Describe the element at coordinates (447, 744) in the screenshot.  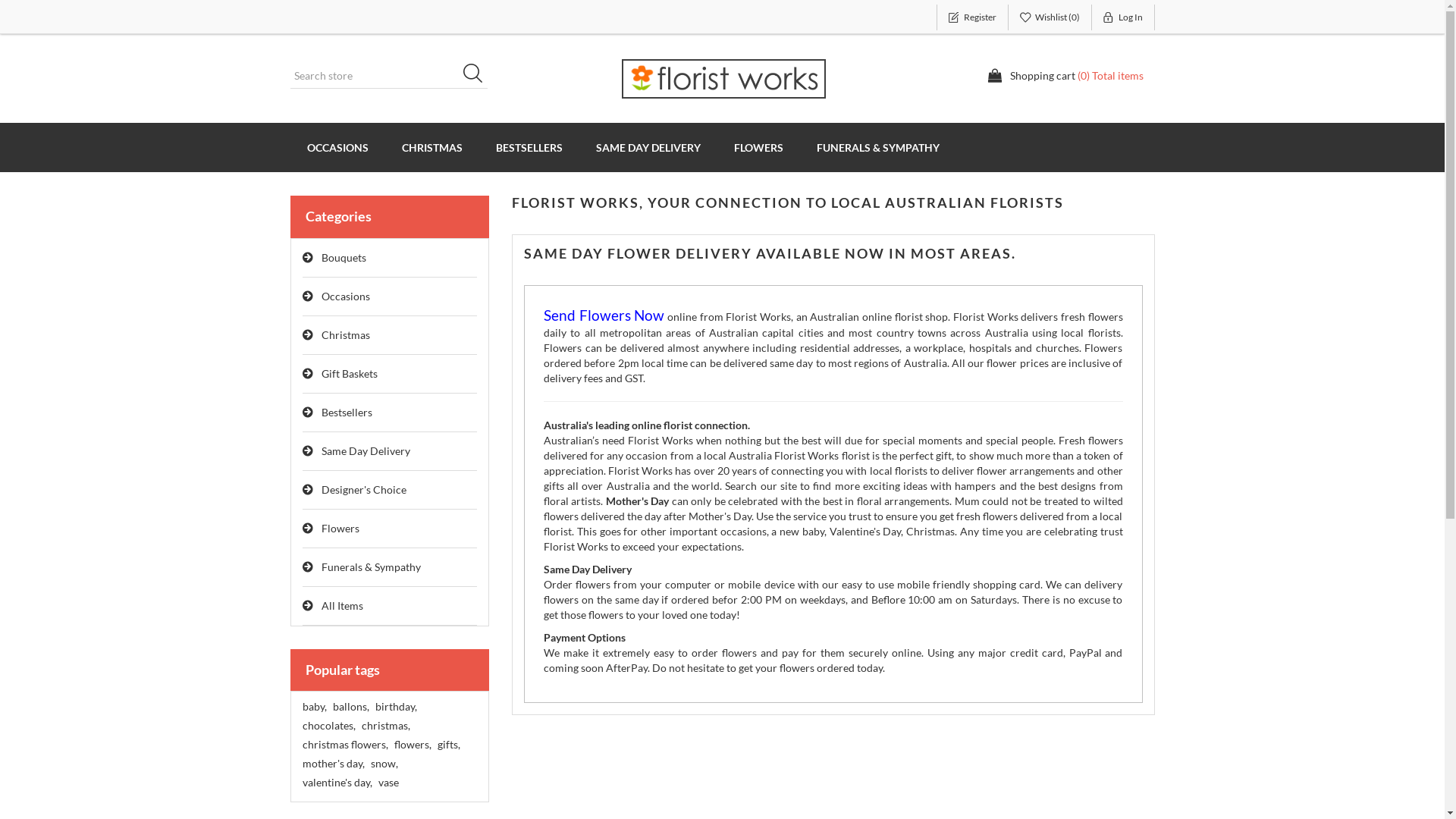
I see `'gifts,'` at that location.